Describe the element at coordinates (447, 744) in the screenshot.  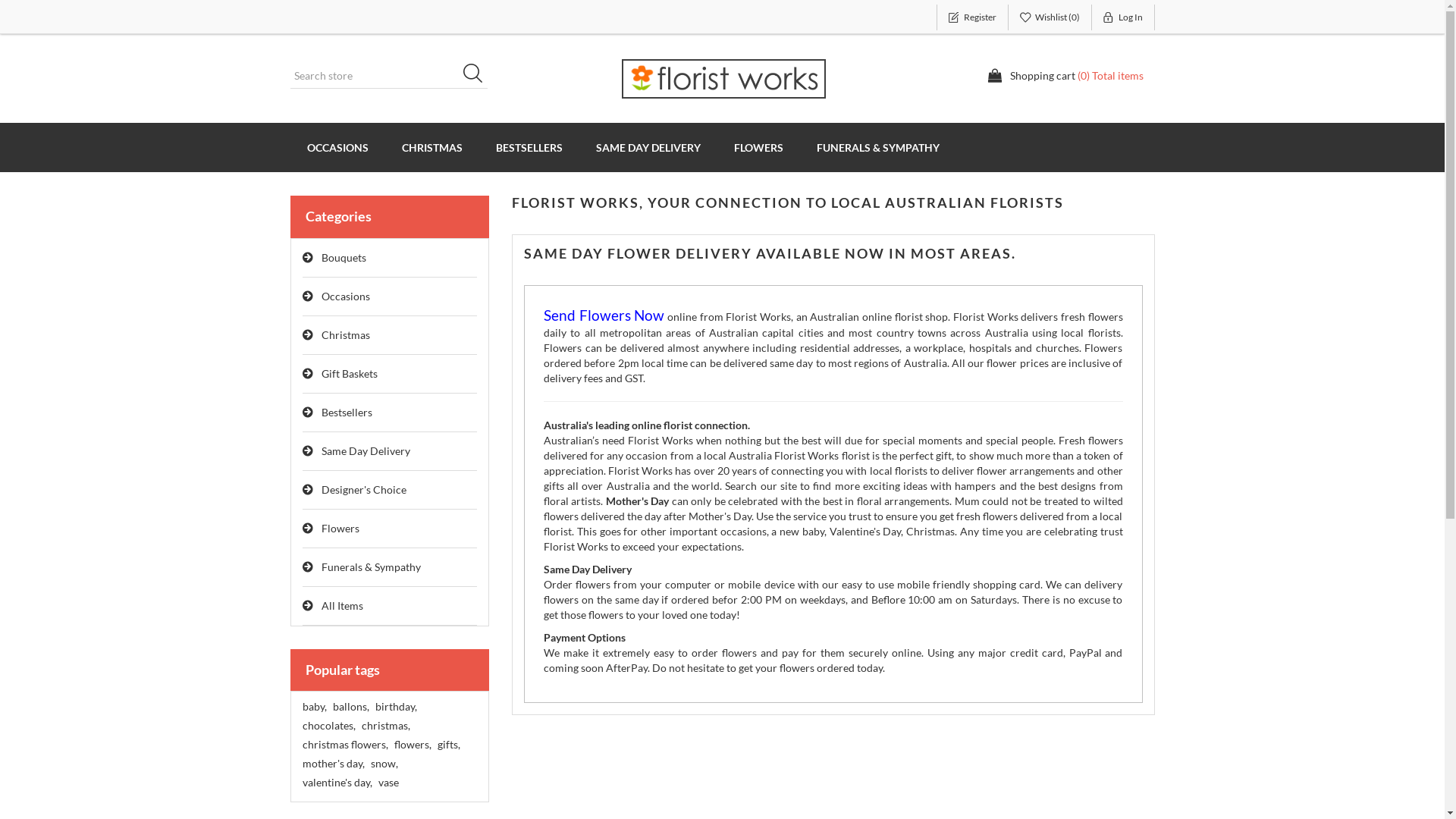
I see `'gifts,'` at that location.